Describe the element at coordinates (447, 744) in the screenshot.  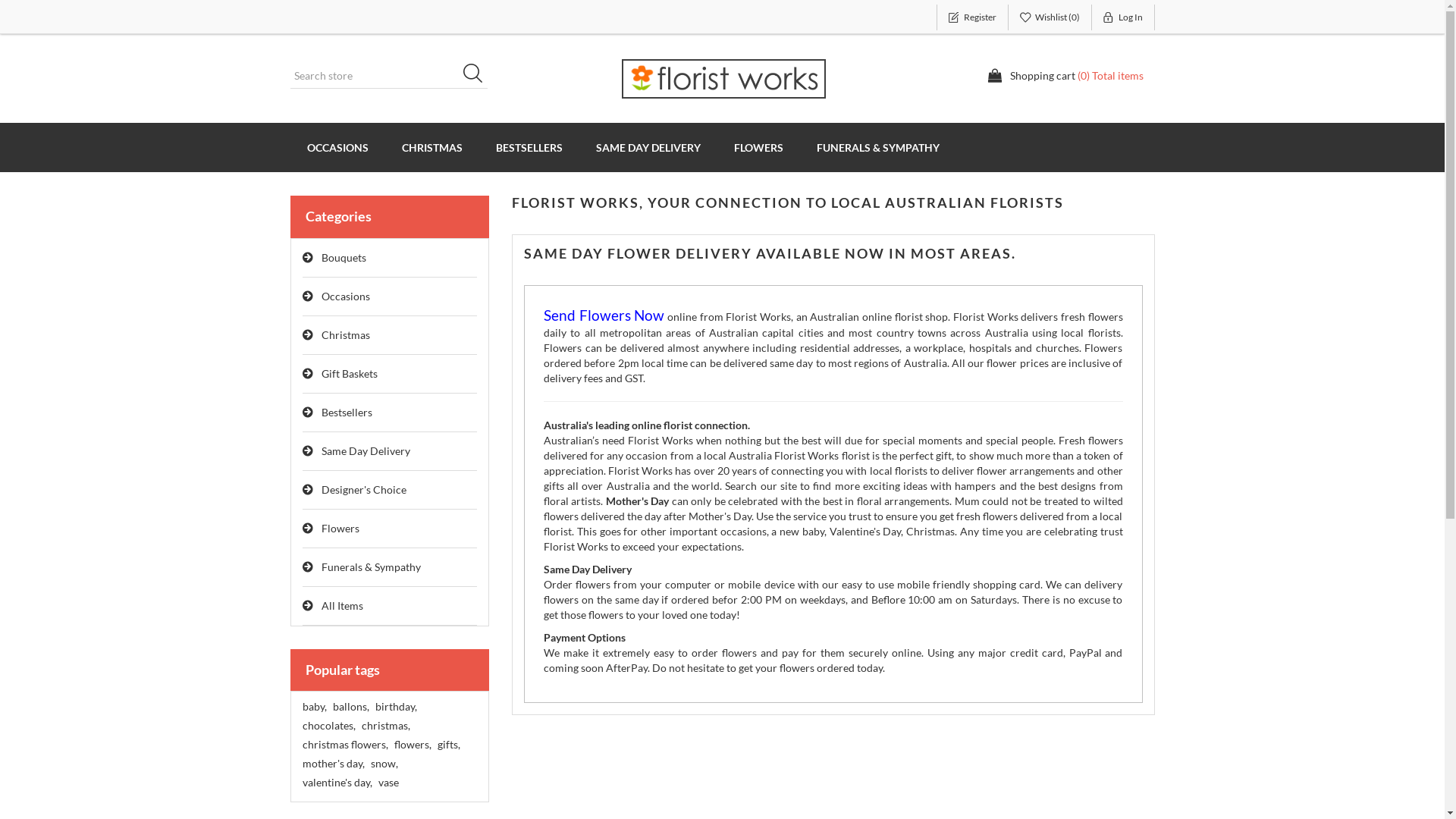
I see `'gifts,'` at that location.